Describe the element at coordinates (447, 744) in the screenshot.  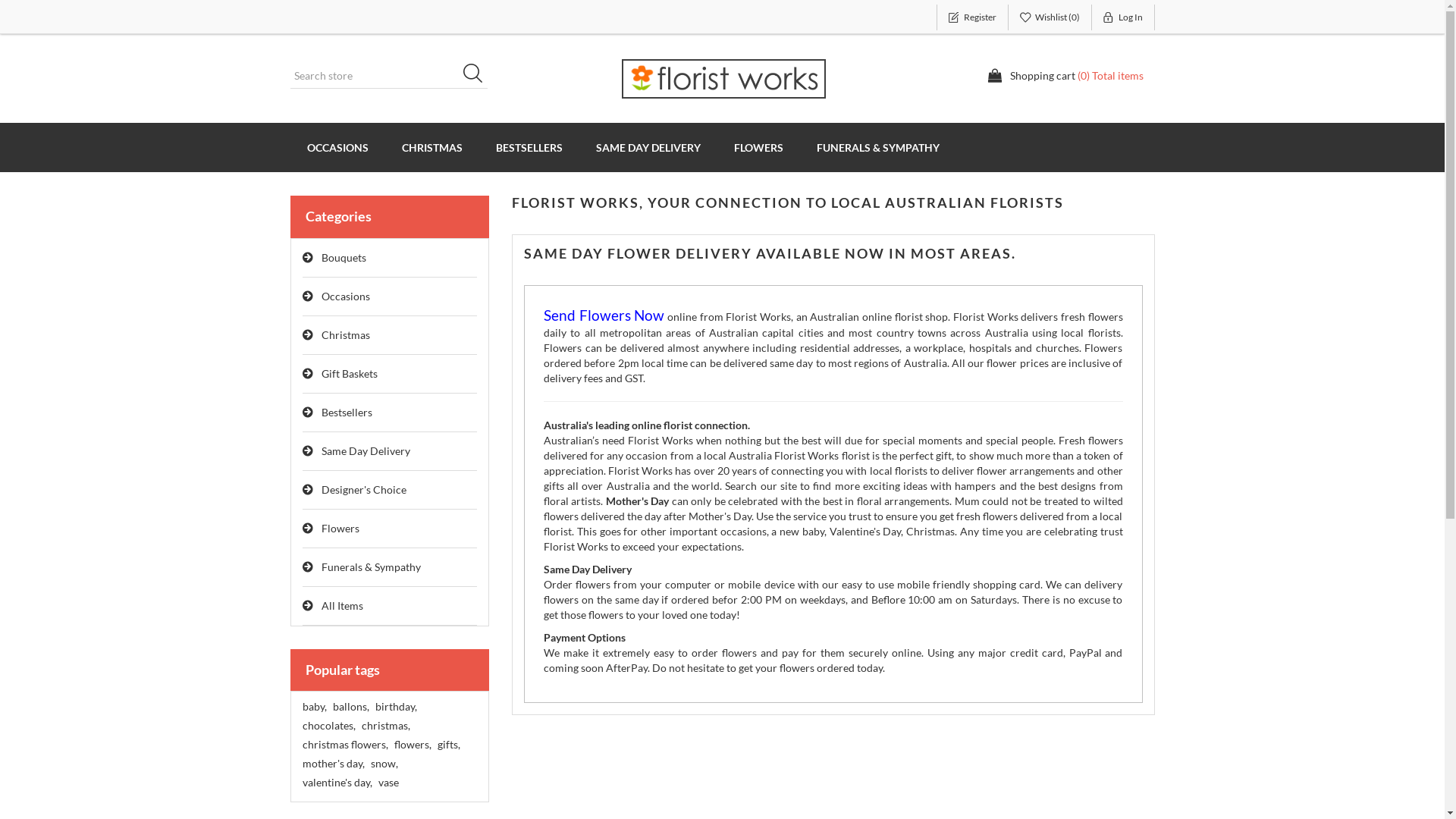
I see `'gifts,'` at that location.